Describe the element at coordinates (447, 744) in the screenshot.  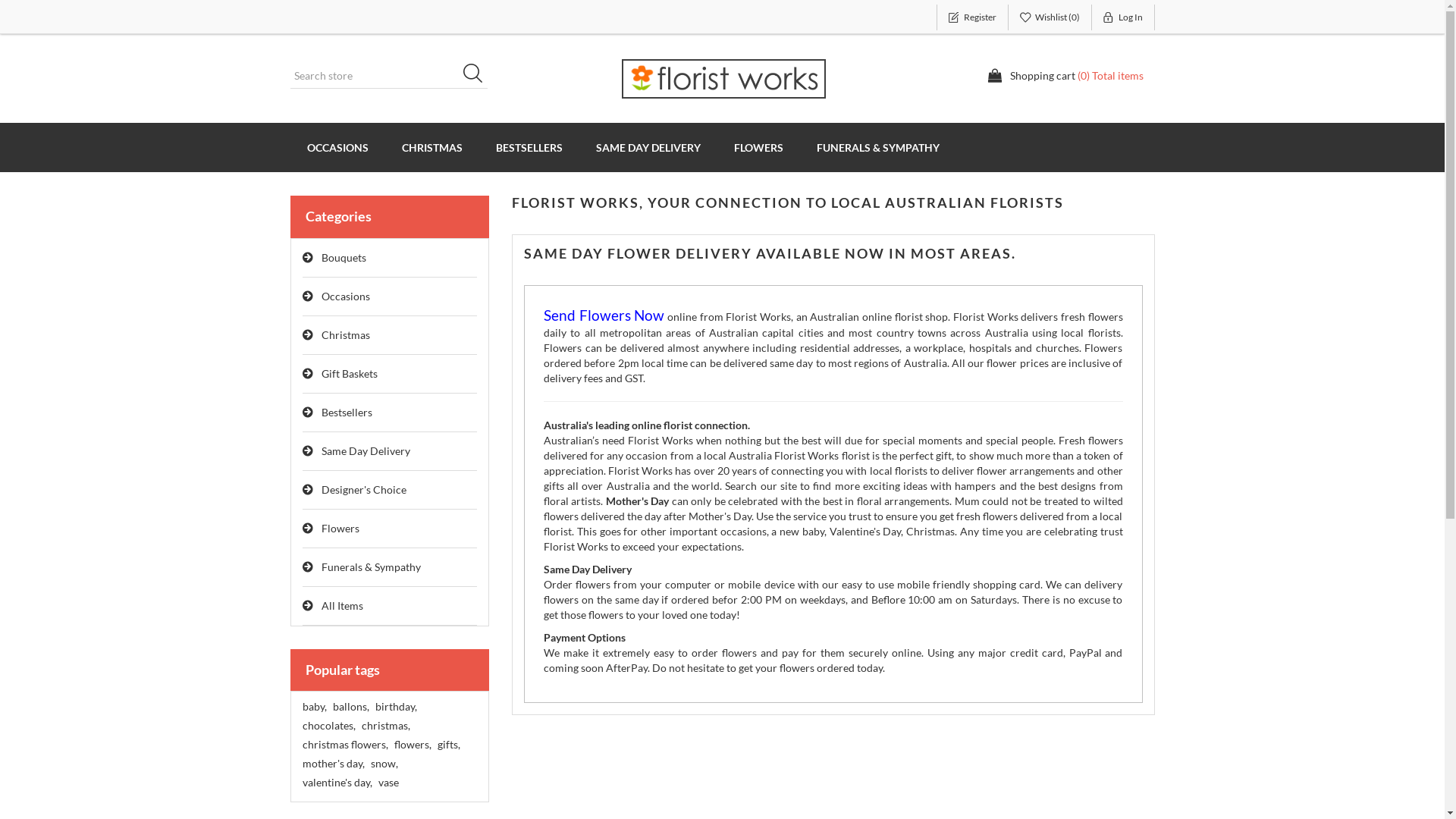
I see `'gifts,'` at that location.